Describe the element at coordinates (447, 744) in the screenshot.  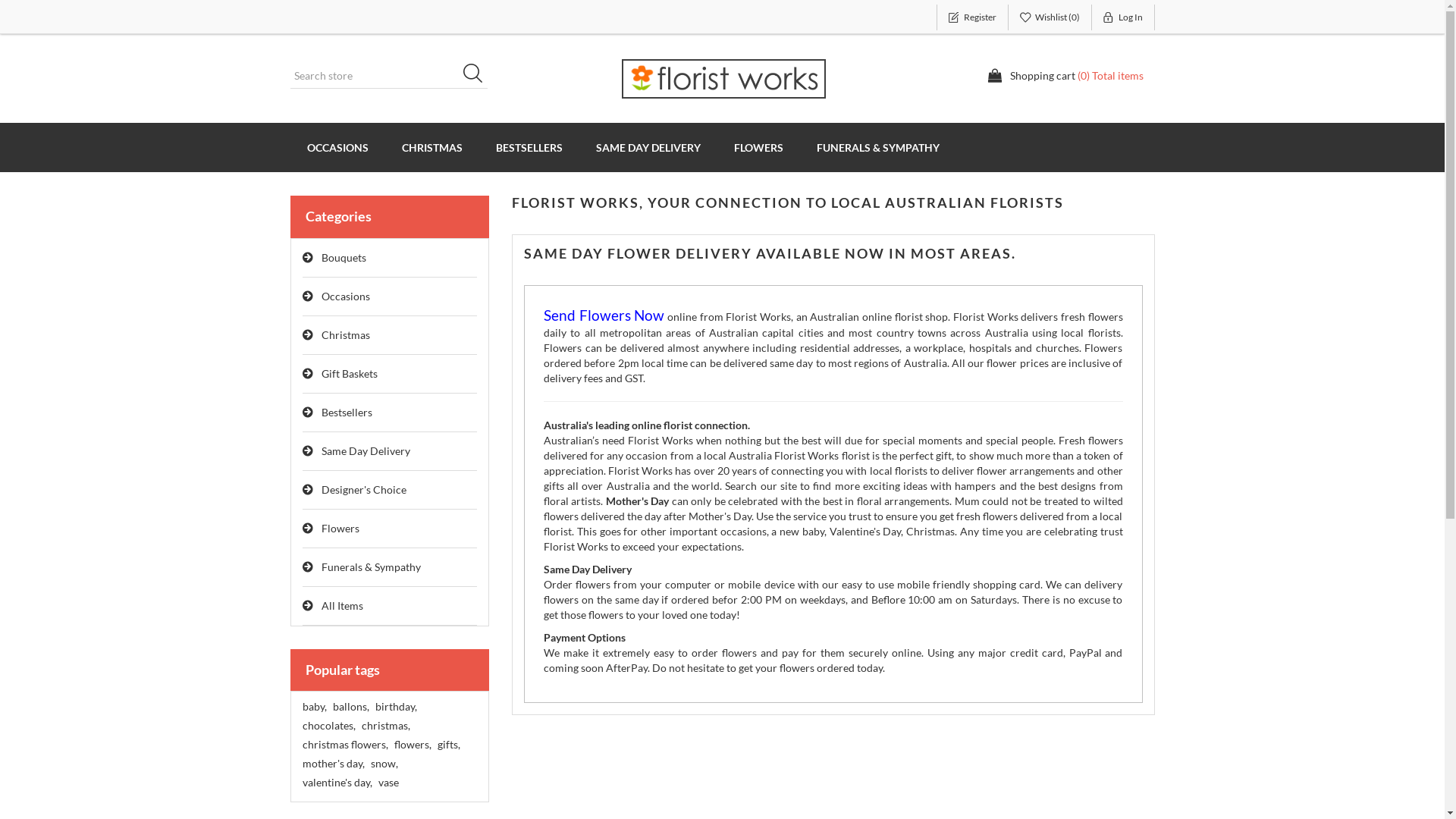
I see `'gifts,'` at that location.